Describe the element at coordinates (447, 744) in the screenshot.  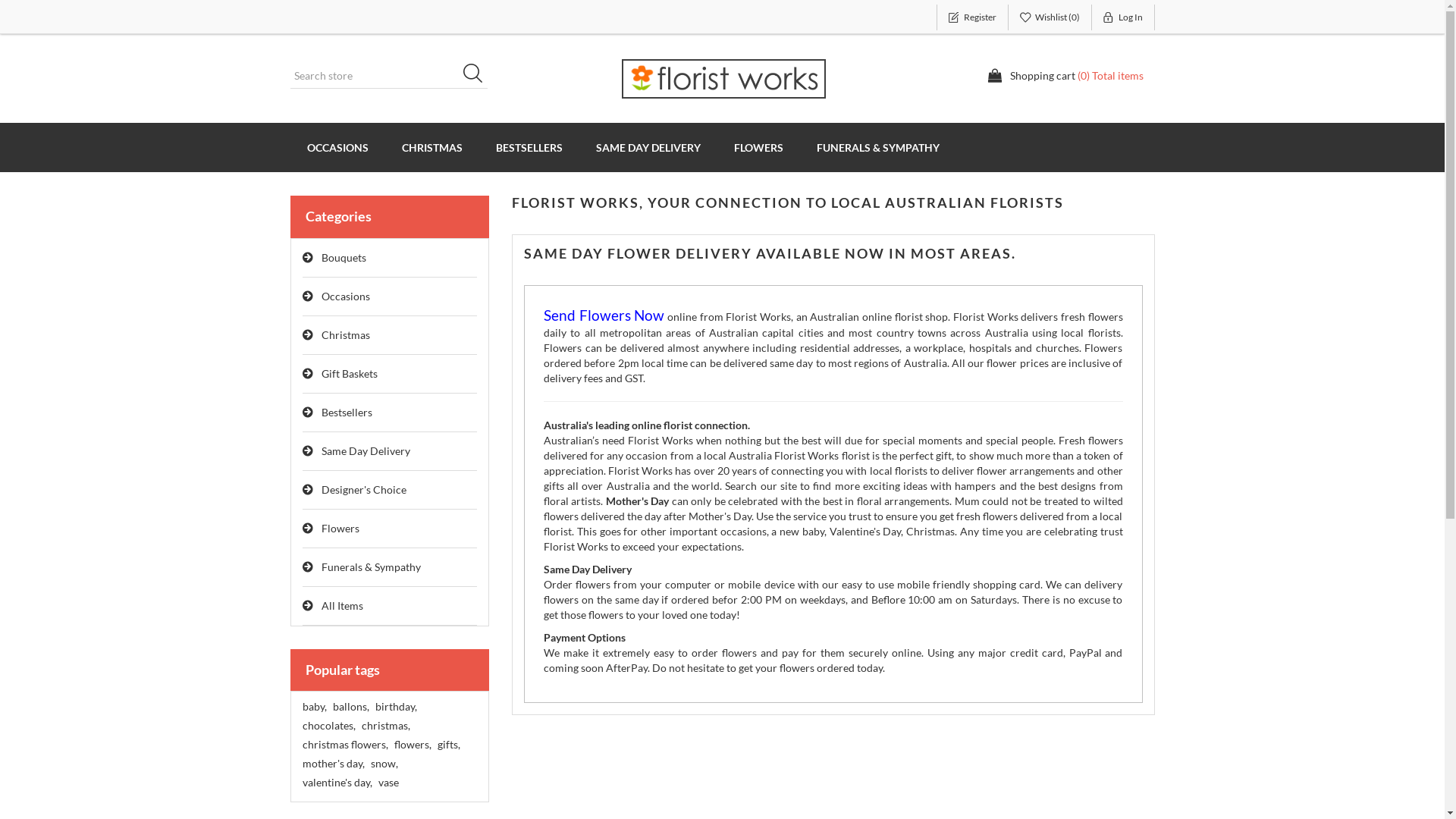
I see `'gifts,'` at that location.